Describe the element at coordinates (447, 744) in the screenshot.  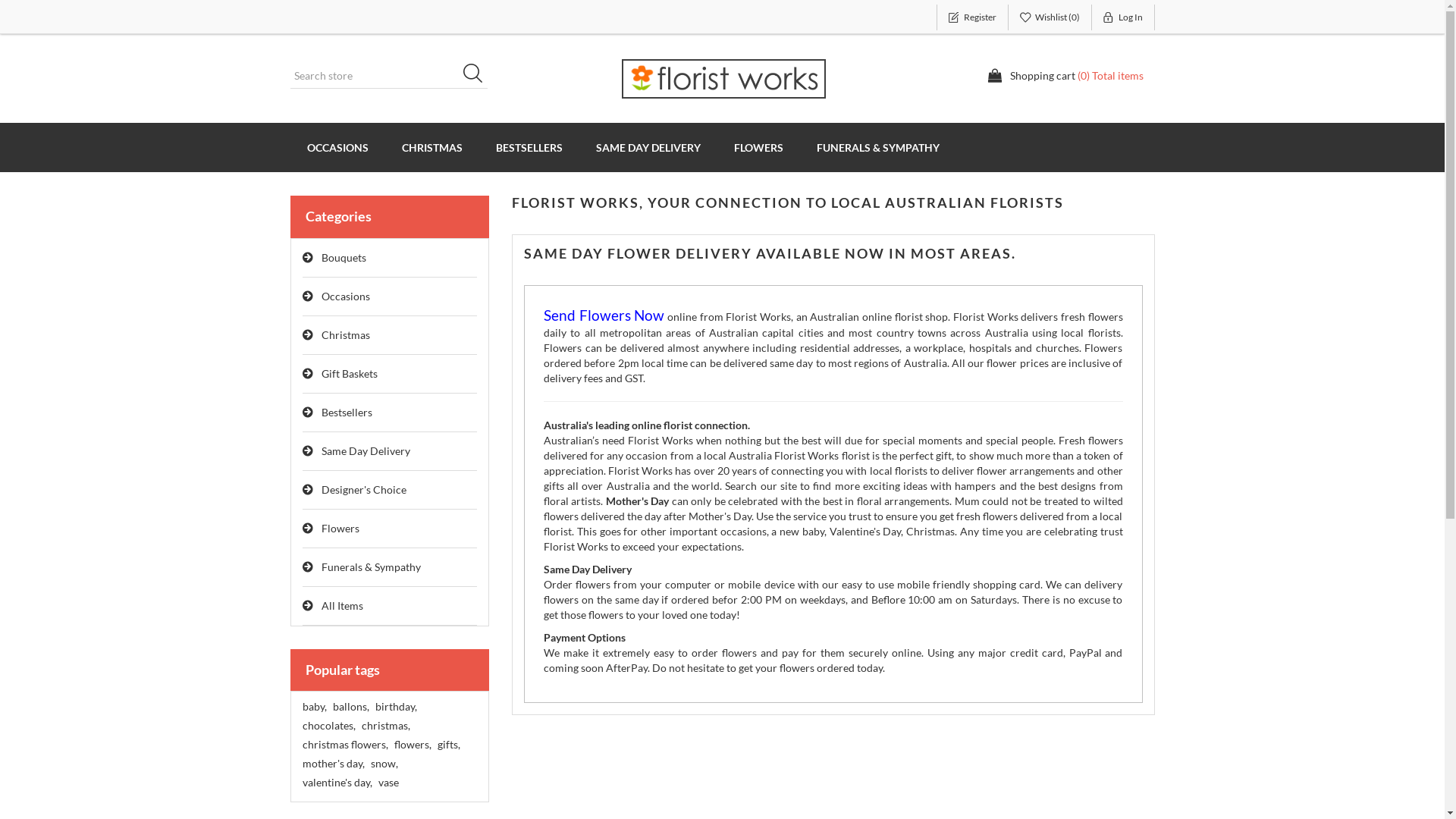
I see `'gifts,'` at that location.